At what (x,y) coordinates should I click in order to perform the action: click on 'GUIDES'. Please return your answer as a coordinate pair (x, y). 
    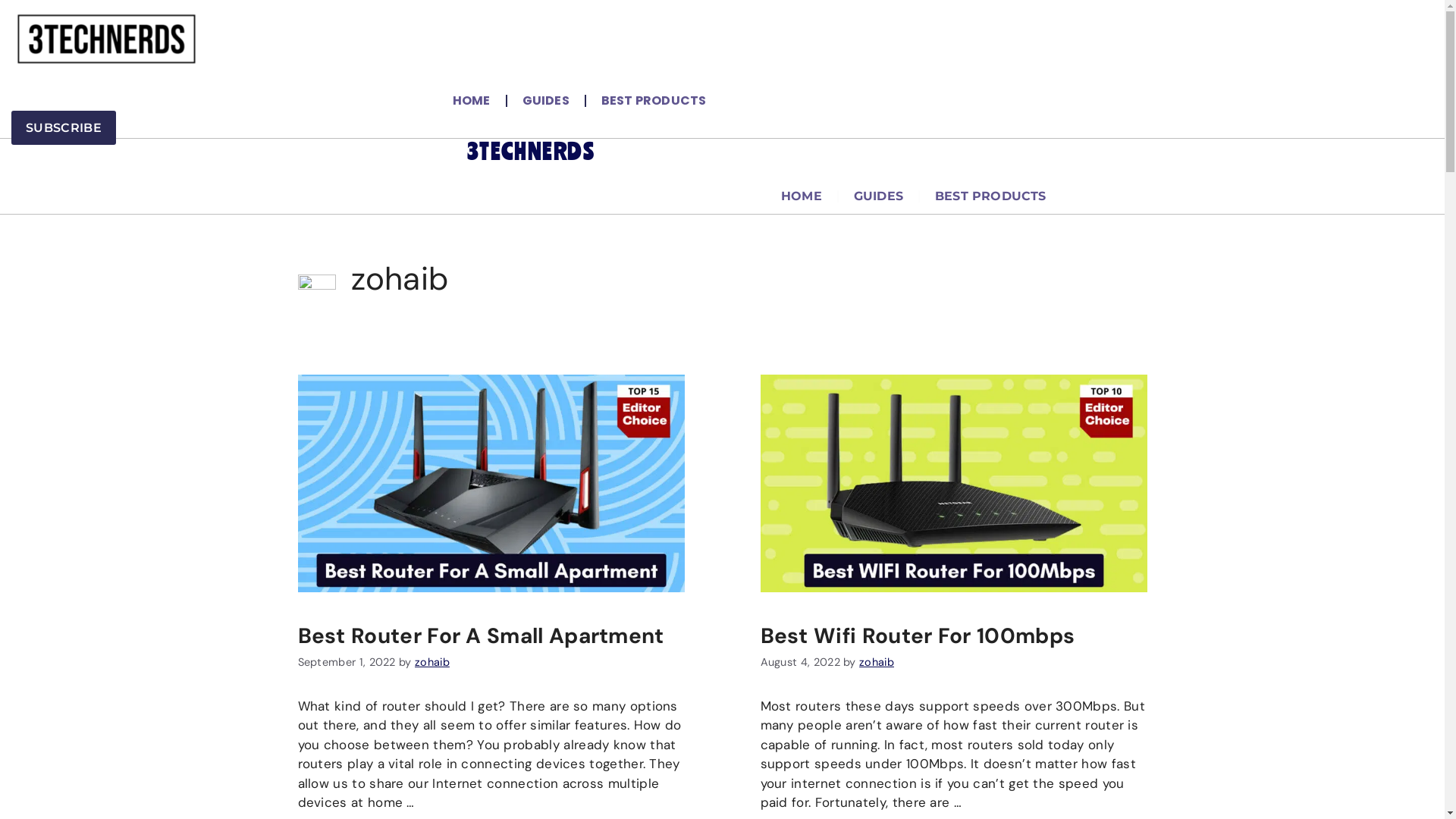
    Looking at the image, I should click on (507, 100).